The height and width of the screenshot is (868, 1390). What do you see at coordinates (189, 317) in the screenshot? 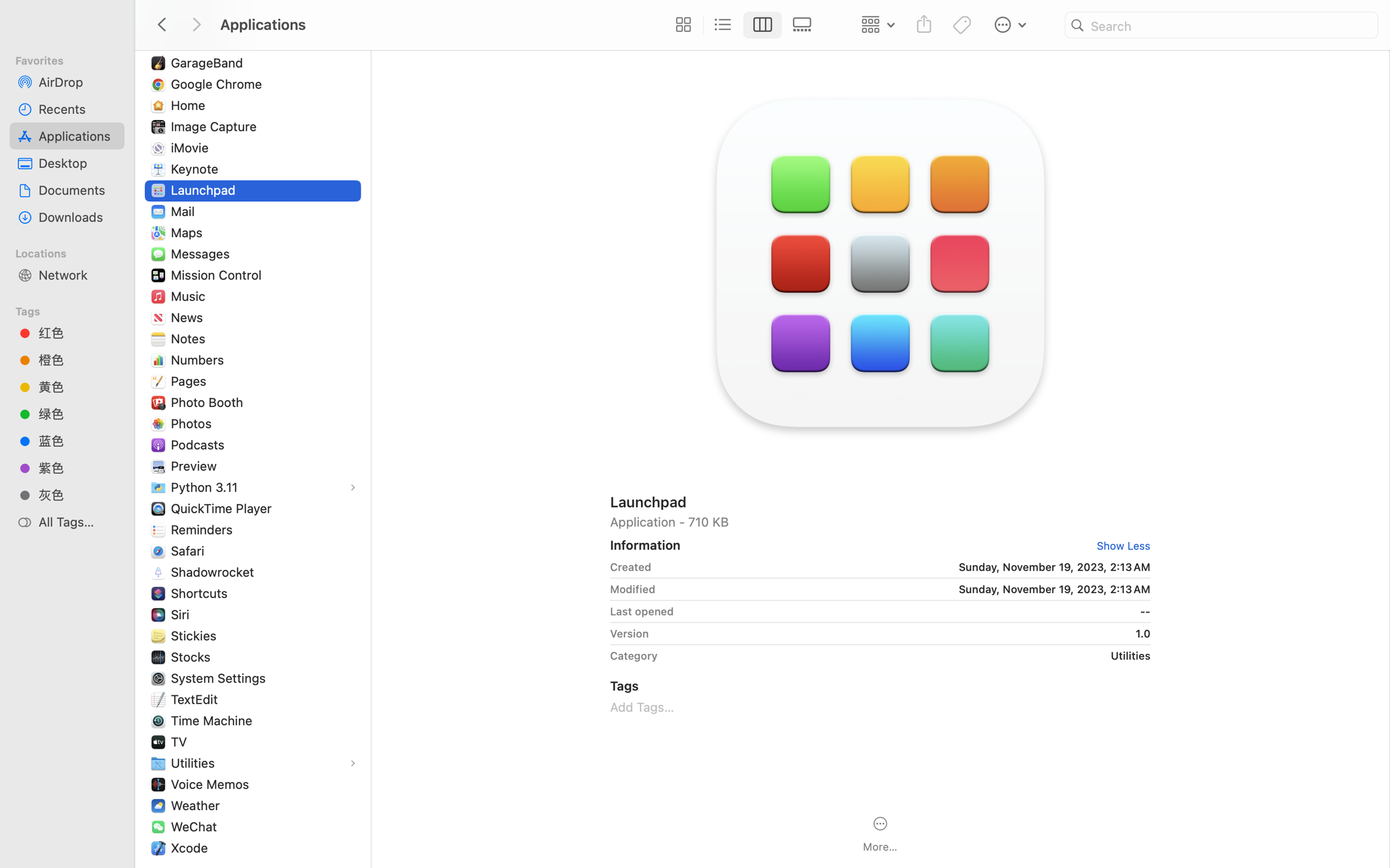
I see `'News'` at bounding box center [189, 317].